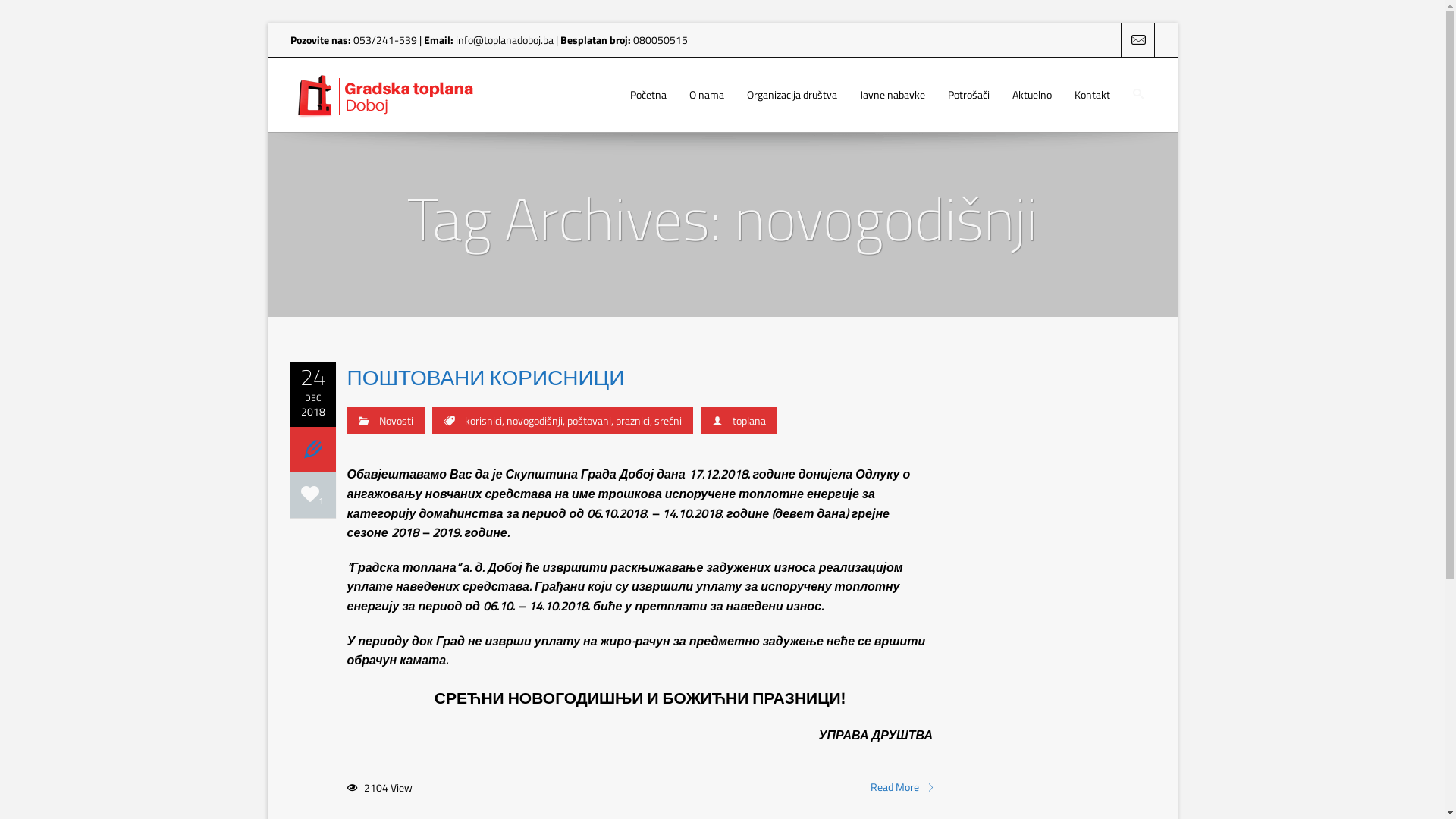  Describe the element at coordinates (632, 420) in the screenshot. I see `'praznici'` at that location.